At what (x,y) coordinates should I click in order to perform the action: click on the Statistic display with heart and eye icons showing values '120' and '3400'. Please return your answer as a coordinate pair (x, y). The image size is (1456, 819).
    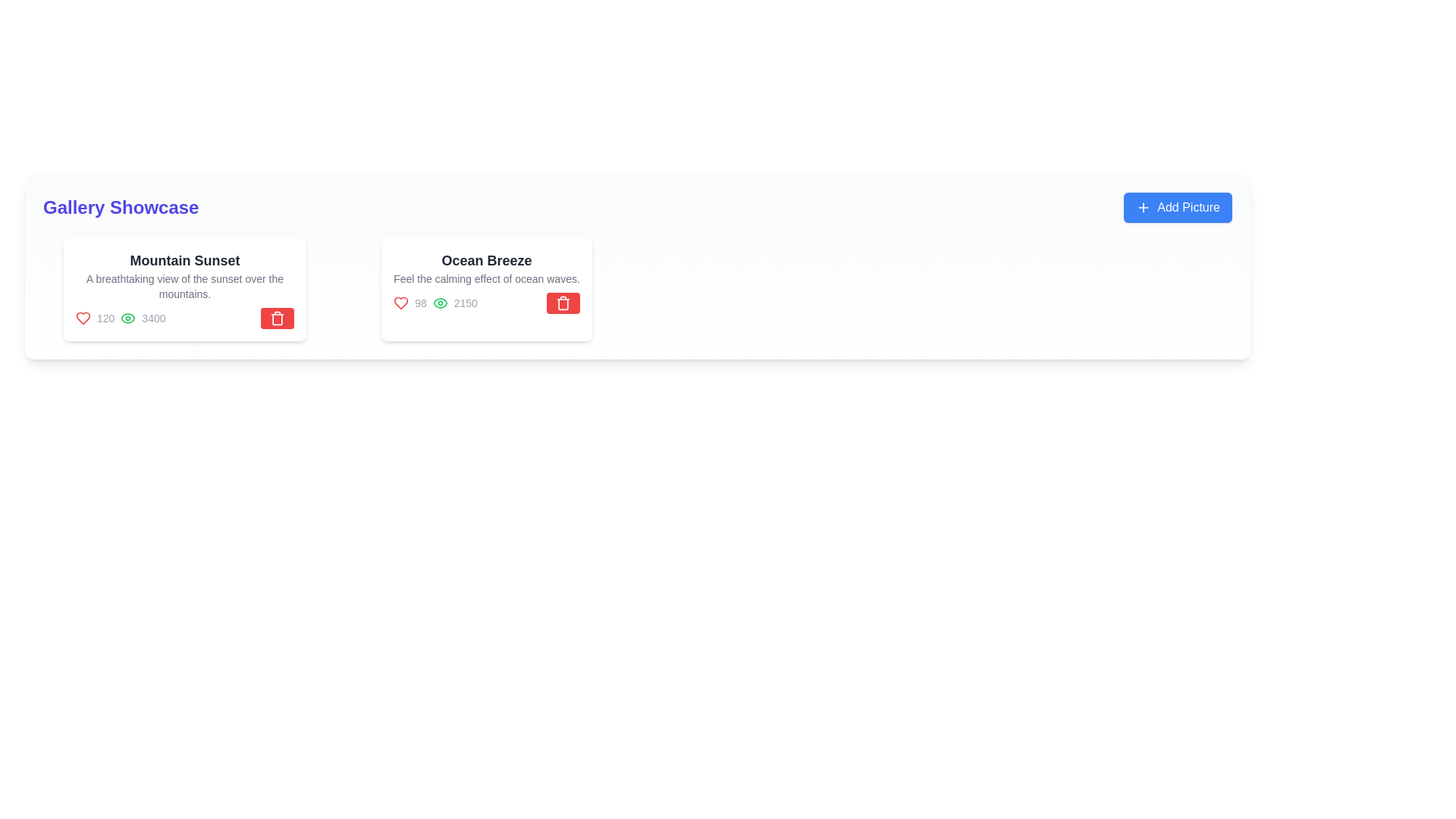
    Looking at the image, I should click on (120, 318).